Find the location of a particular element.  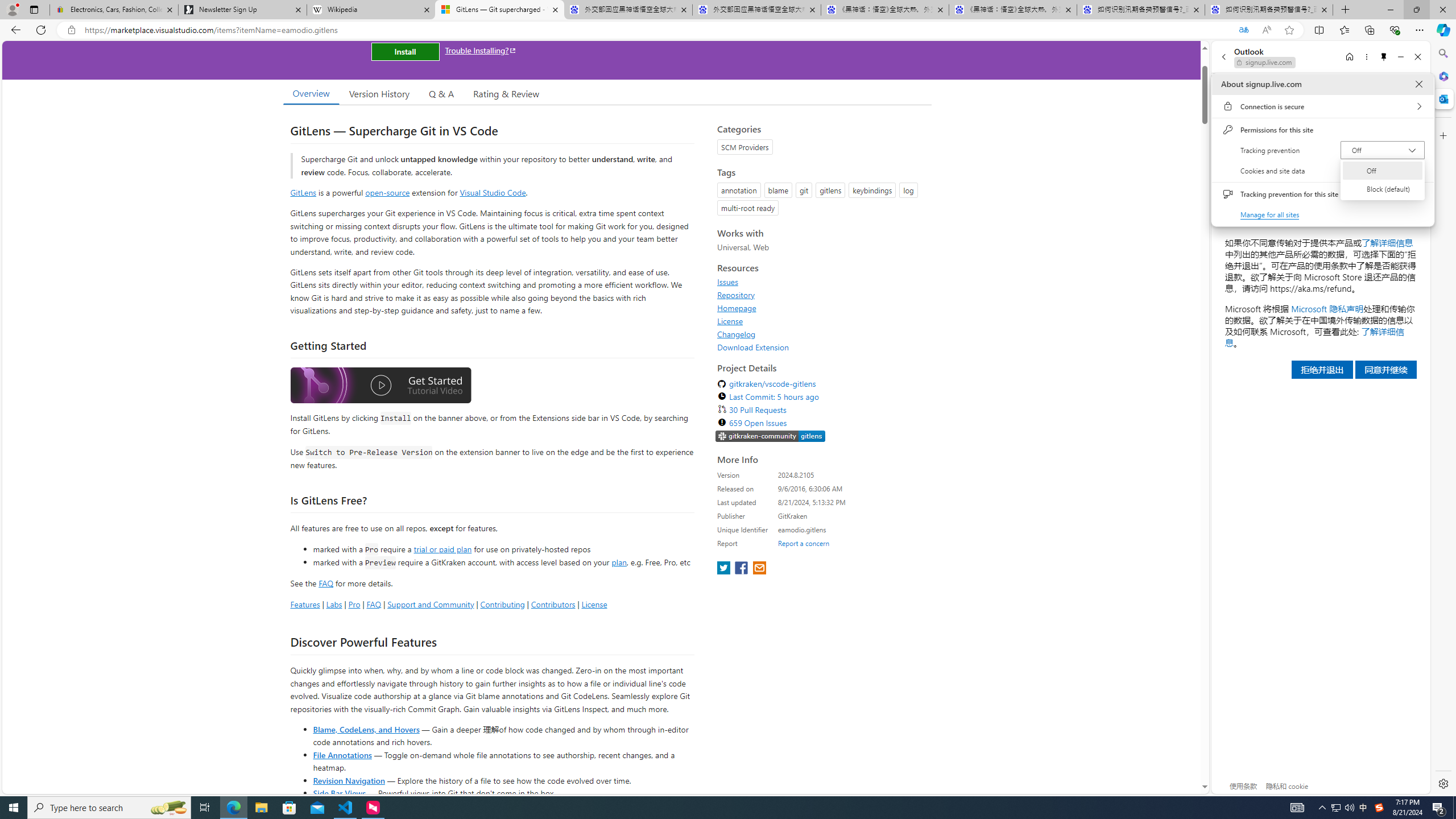

'Connection is secure' is located at coordinates (1322, 105).